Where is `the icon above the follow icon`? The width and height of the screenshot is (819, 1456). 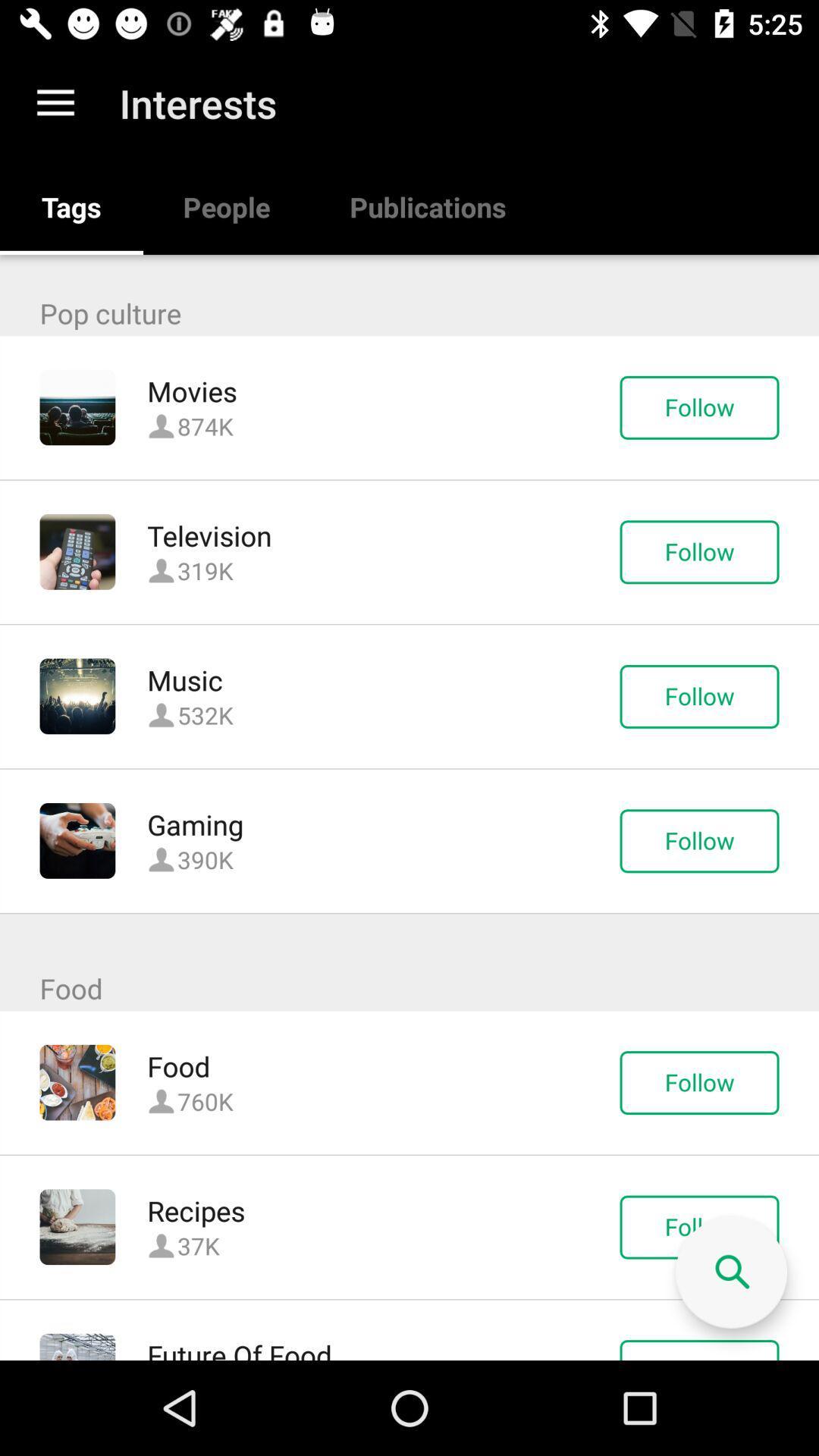
the icon above the follow icon is located at coordinates (730, 1272).